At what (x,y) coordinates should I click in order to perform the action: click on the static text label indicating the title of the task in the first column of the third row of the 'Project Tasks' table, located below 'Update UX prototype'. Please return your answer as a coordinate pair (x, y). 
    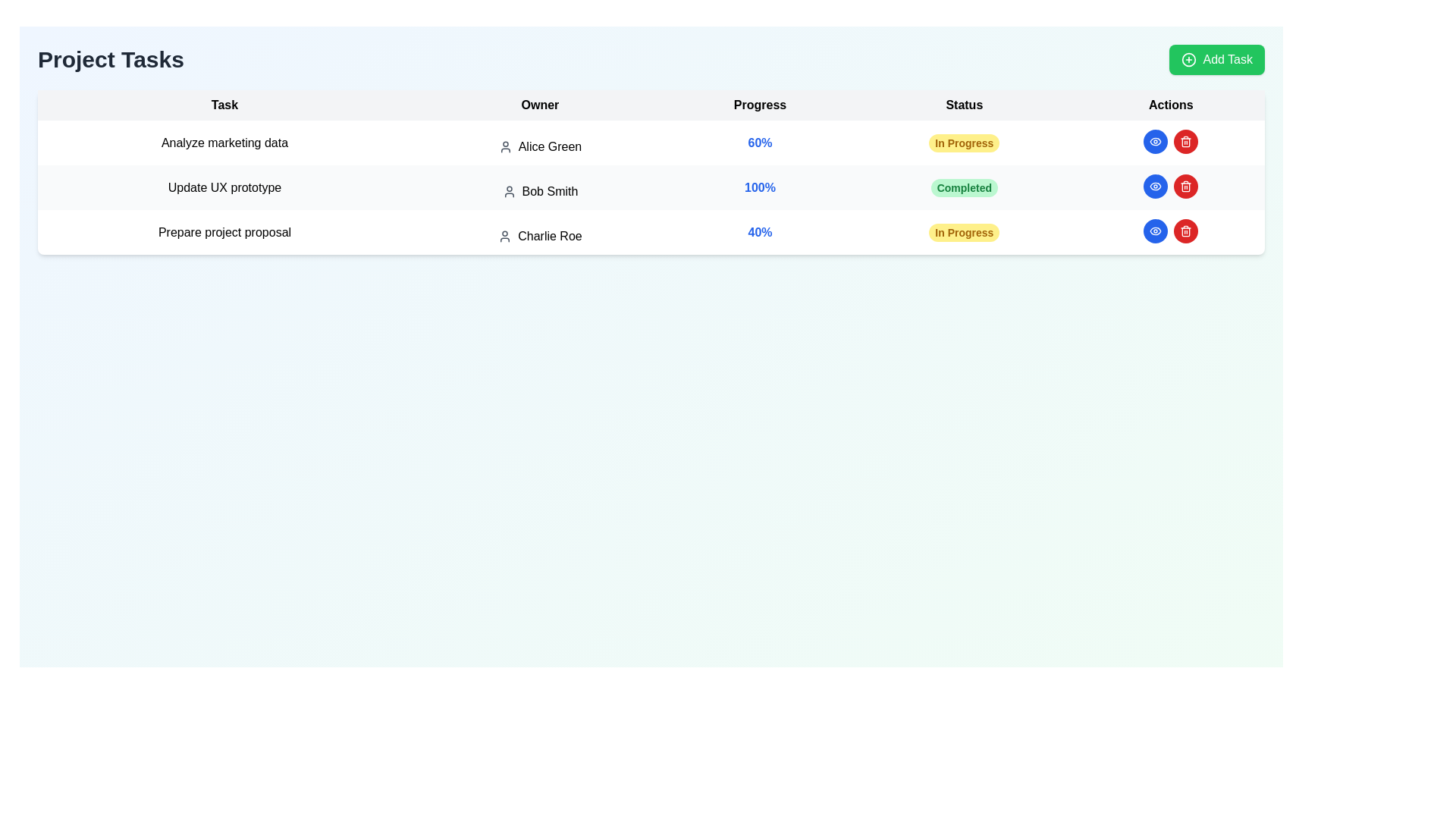
    Looking at the image, I should click on (224, 232).